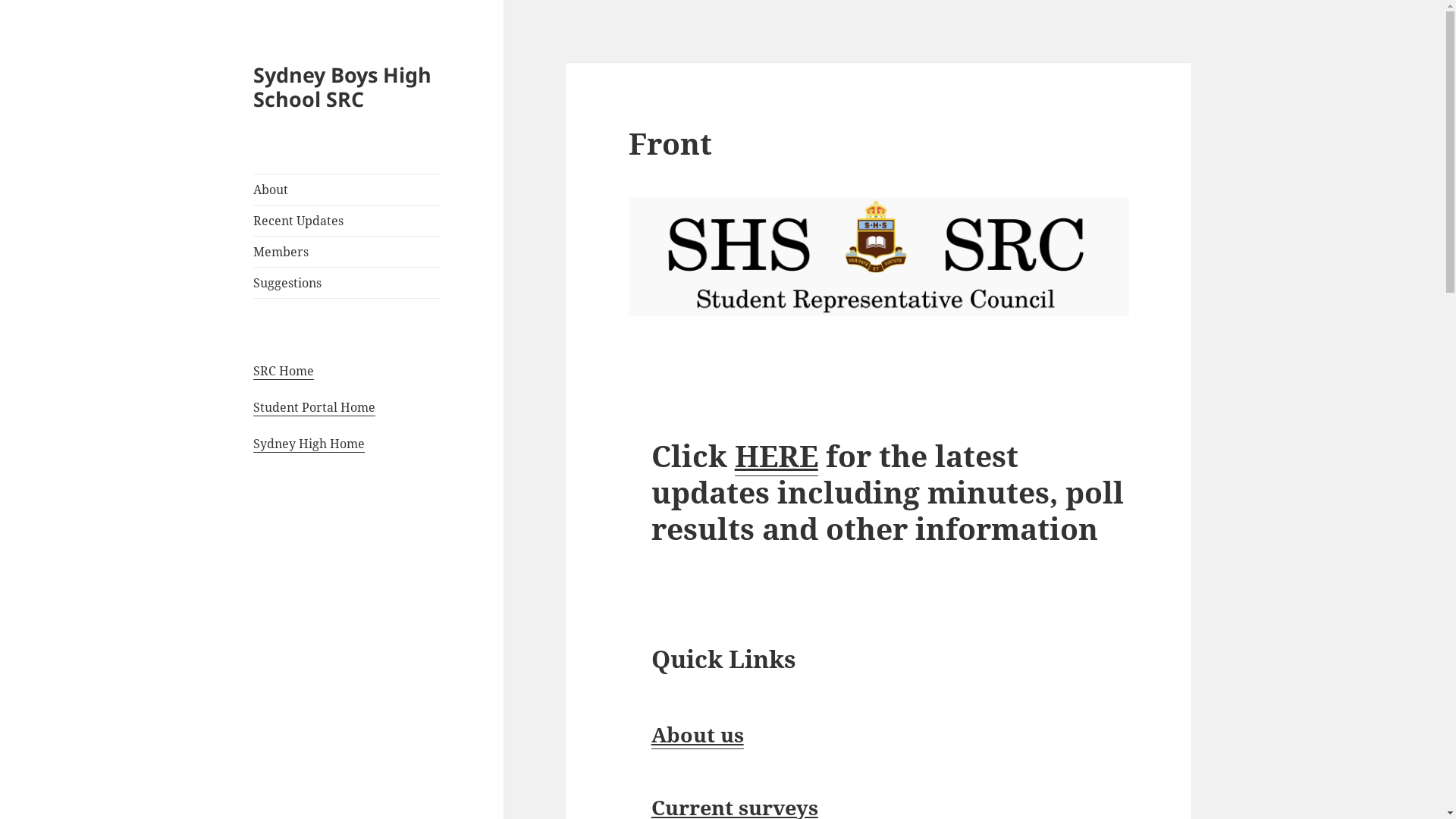 The width and height of the screenshot is (1456, 819). Describe the element at coordinates (697, 733) in the screenshot. I see `'About us'` at that location.